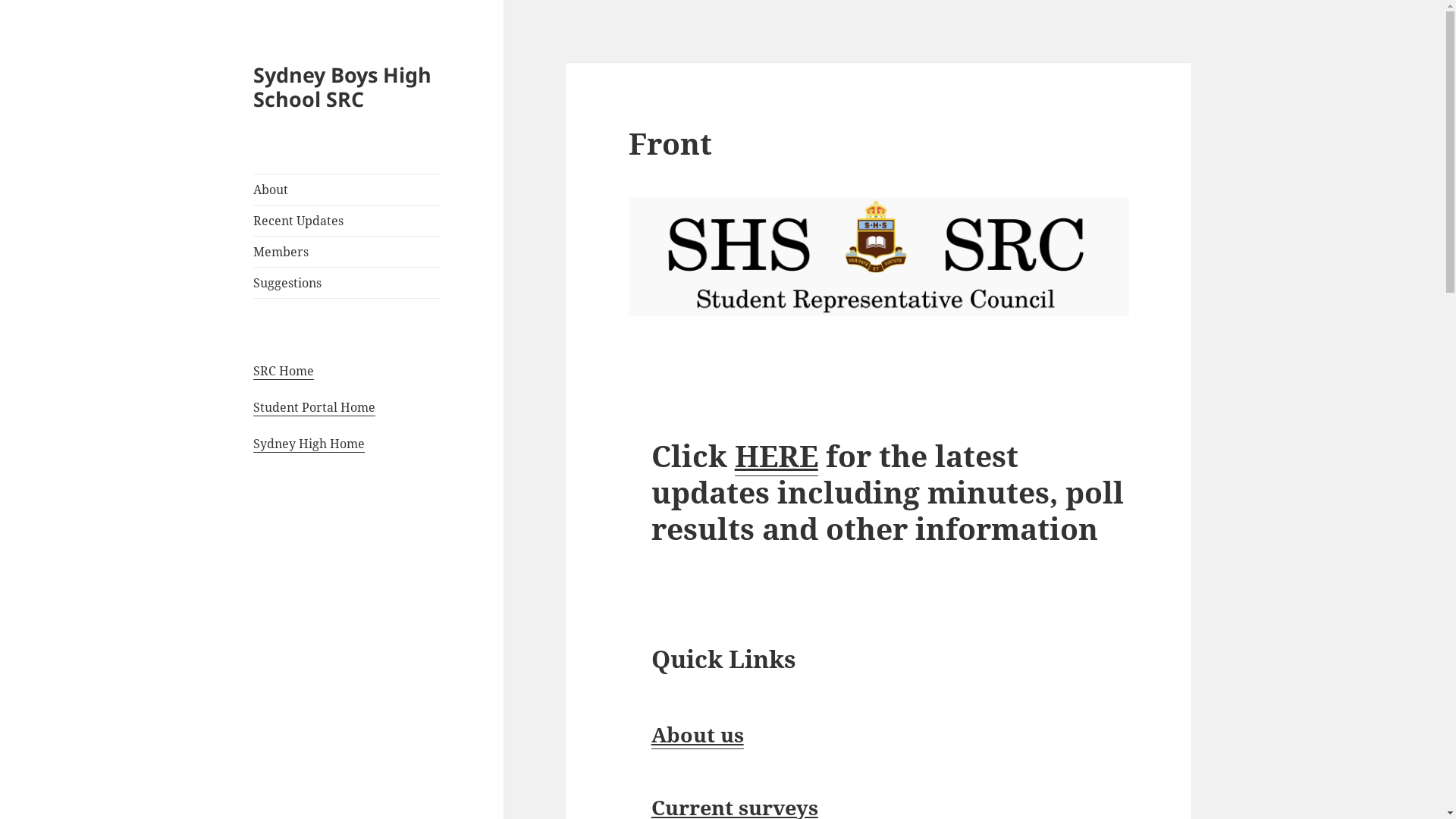 The width and height of the screenshot is (1456, 819). Describe the element at coordinates (697, 733) in the screenshot. I see `'About us'` at that location.